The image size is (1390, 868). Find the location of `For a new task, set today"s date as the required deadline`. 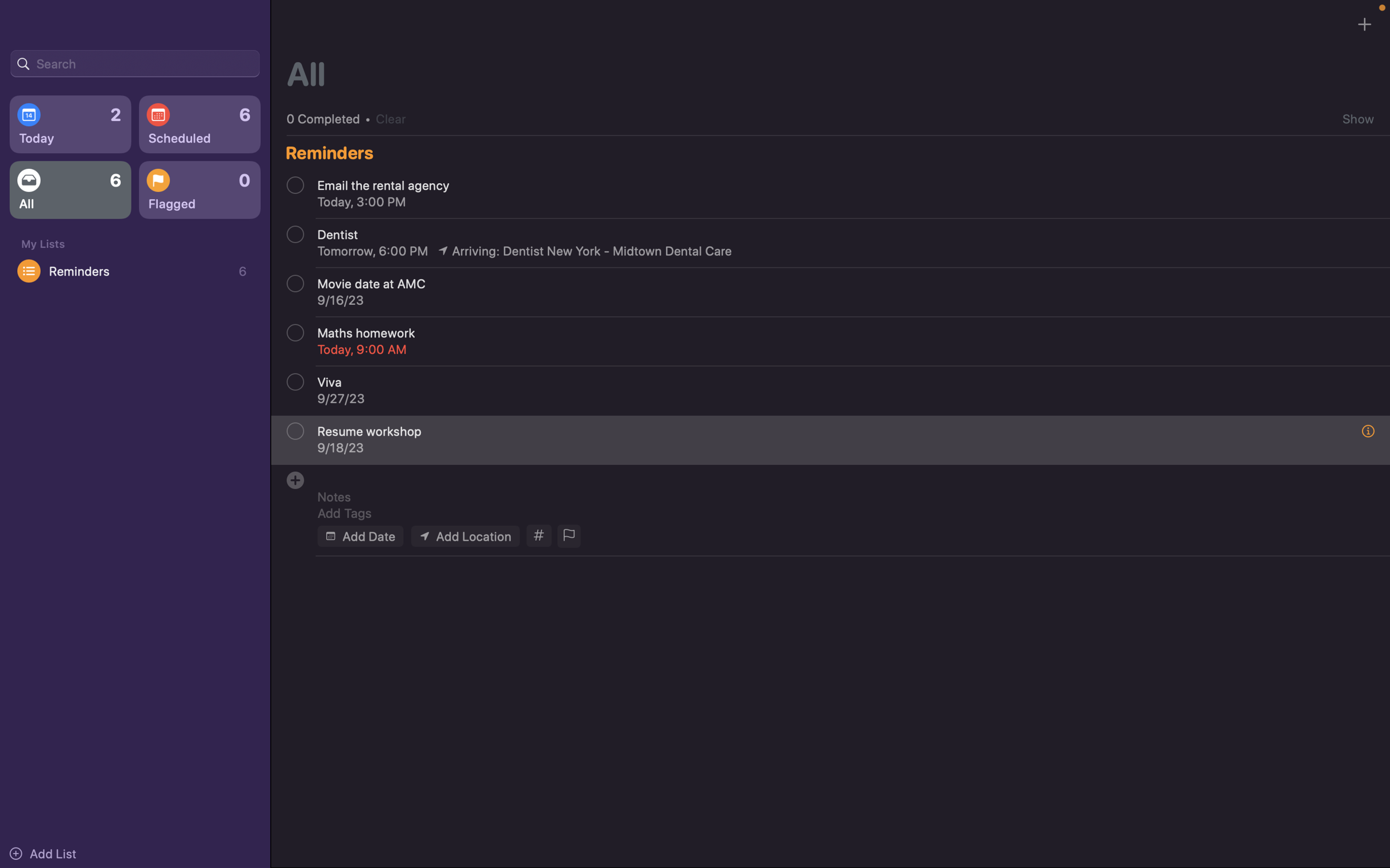

For a new task, set today"s date as the required deadline is located at coordinates (359, 535).